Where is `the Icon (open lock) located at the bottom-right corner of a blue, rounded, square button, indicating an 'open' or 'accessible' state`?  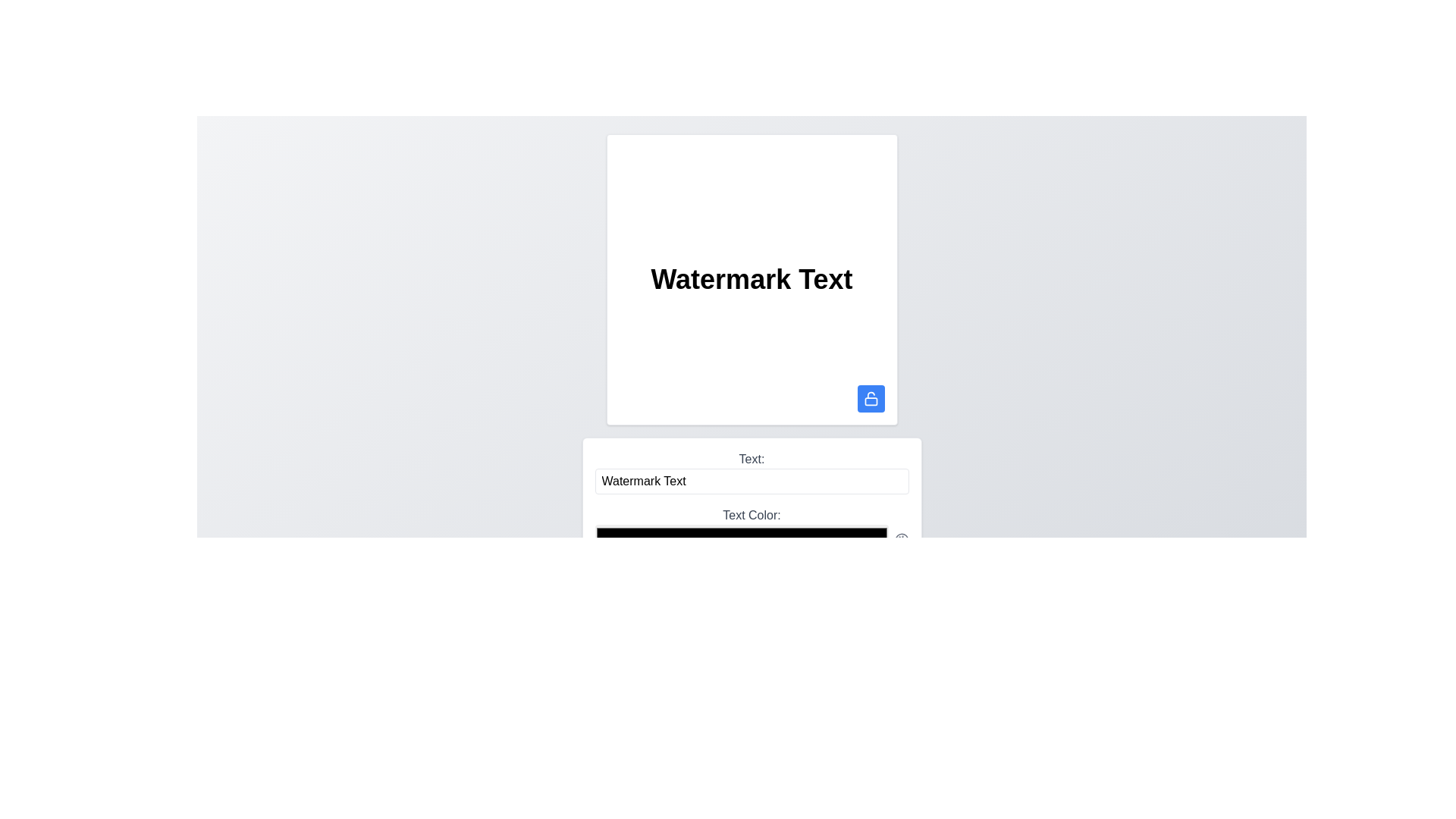 the Icon (open lock) located at the bottom-right corner of a blue, rounded, square button, indicating an 'open' or 'accessible' state is located at coordinates (871, 397).